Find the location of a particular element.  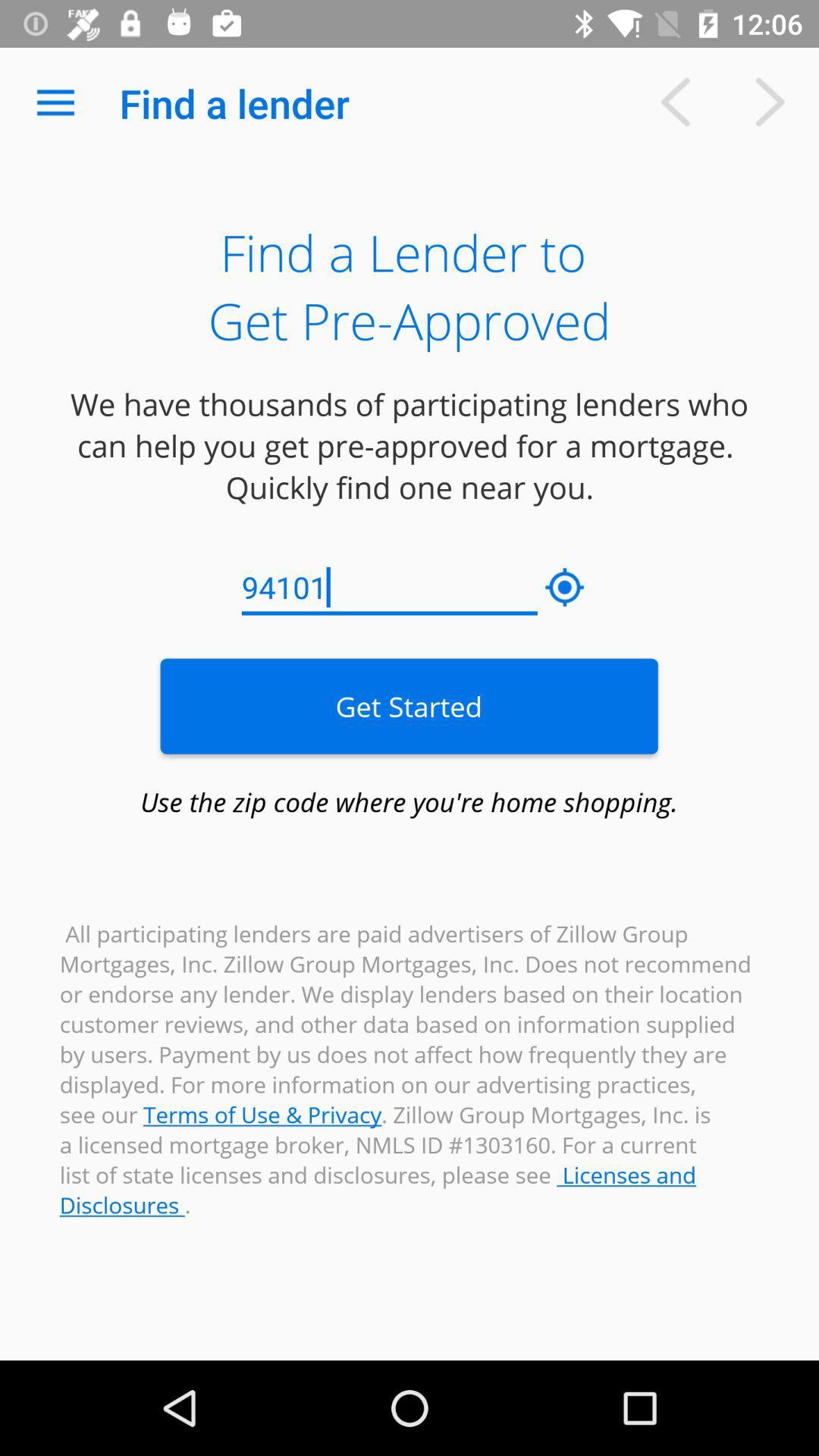

icon above the get started is located at coordinates (565, 587).